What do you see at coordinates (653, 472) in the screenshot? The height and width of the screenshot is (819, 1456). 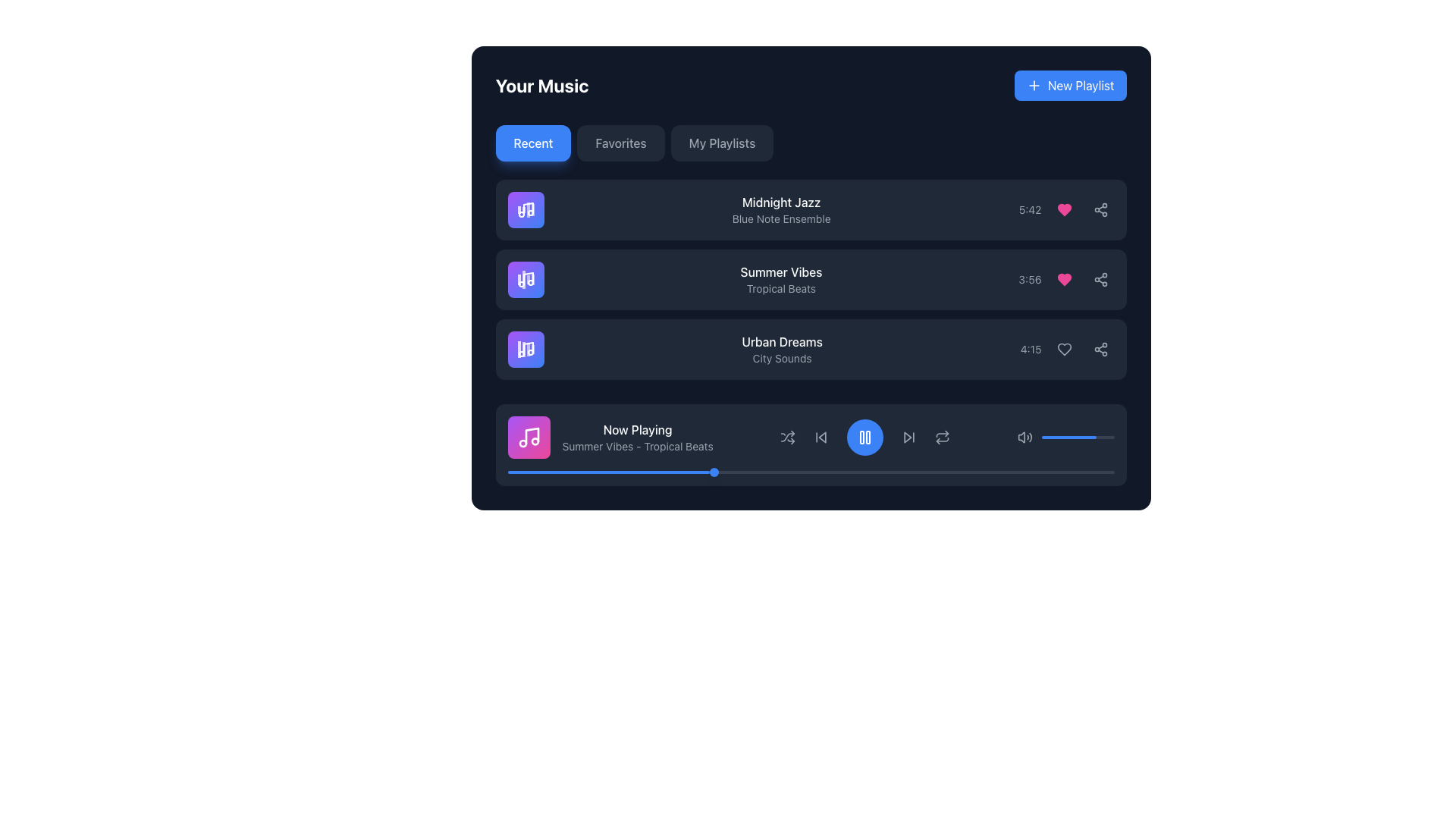 I see `progress` at bounding box center [653, 472].